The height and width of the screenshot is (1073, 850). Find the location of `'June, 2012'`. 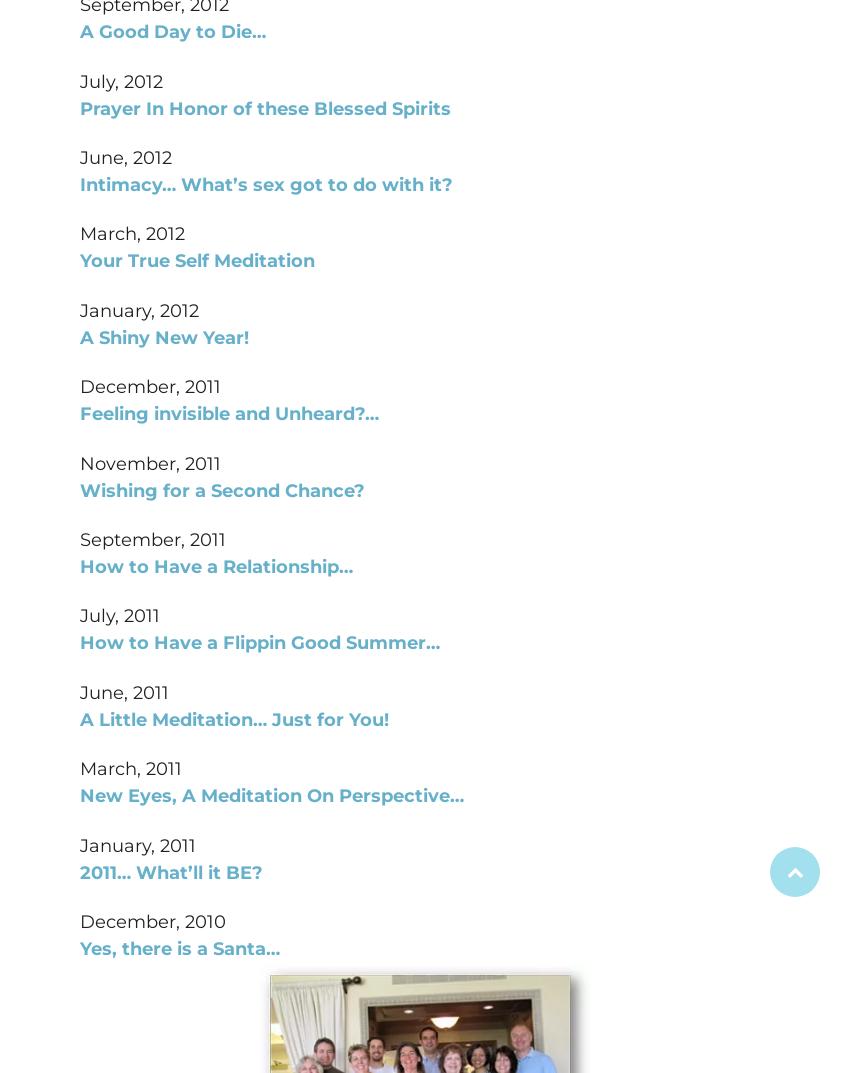

'June, 2012' is located at coordinates (124, 157).